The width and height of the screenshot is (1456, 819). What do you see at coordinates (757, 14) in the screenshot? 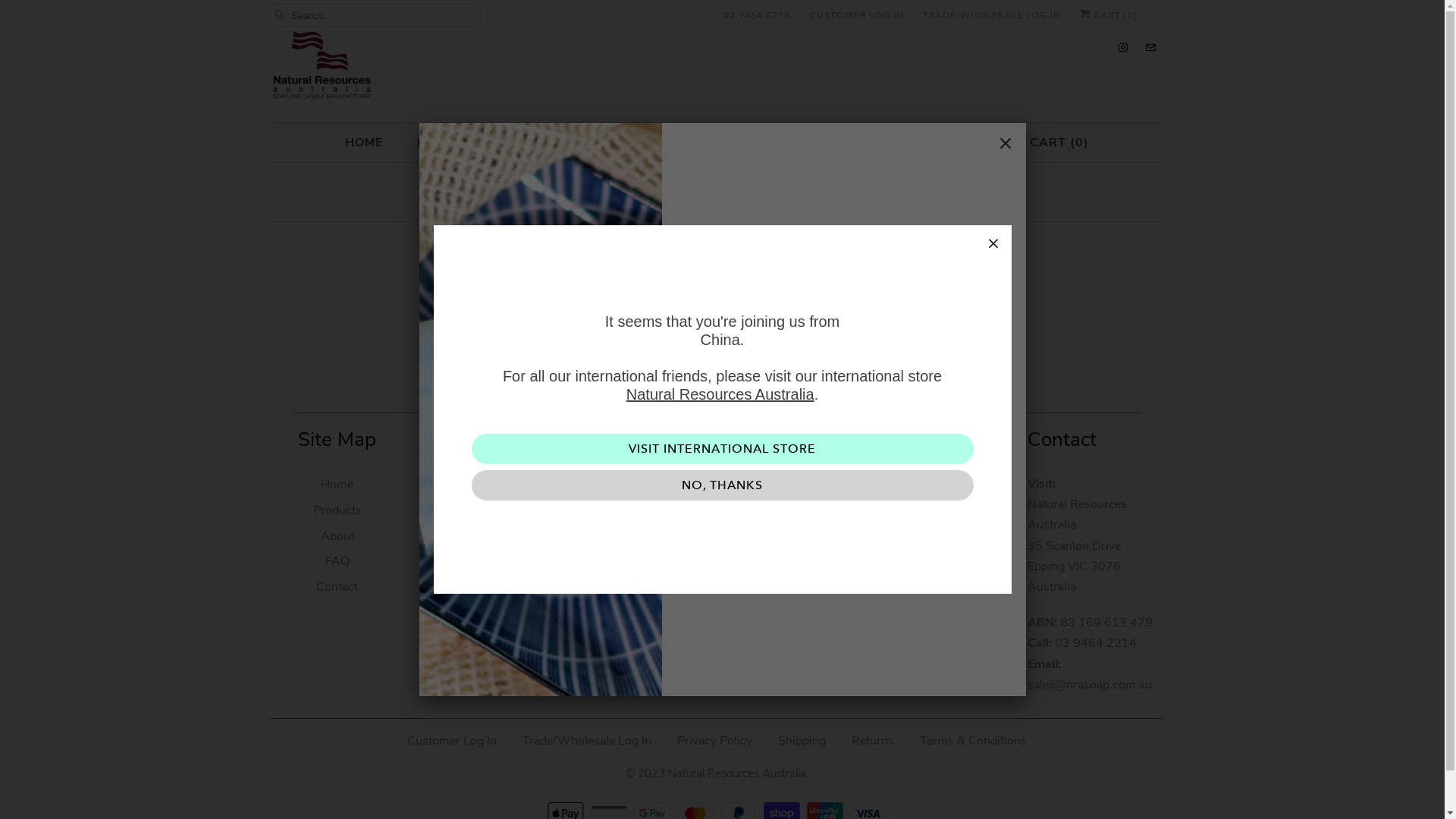
I see `'03 9464 2214'` at bounding box center [757, 14].